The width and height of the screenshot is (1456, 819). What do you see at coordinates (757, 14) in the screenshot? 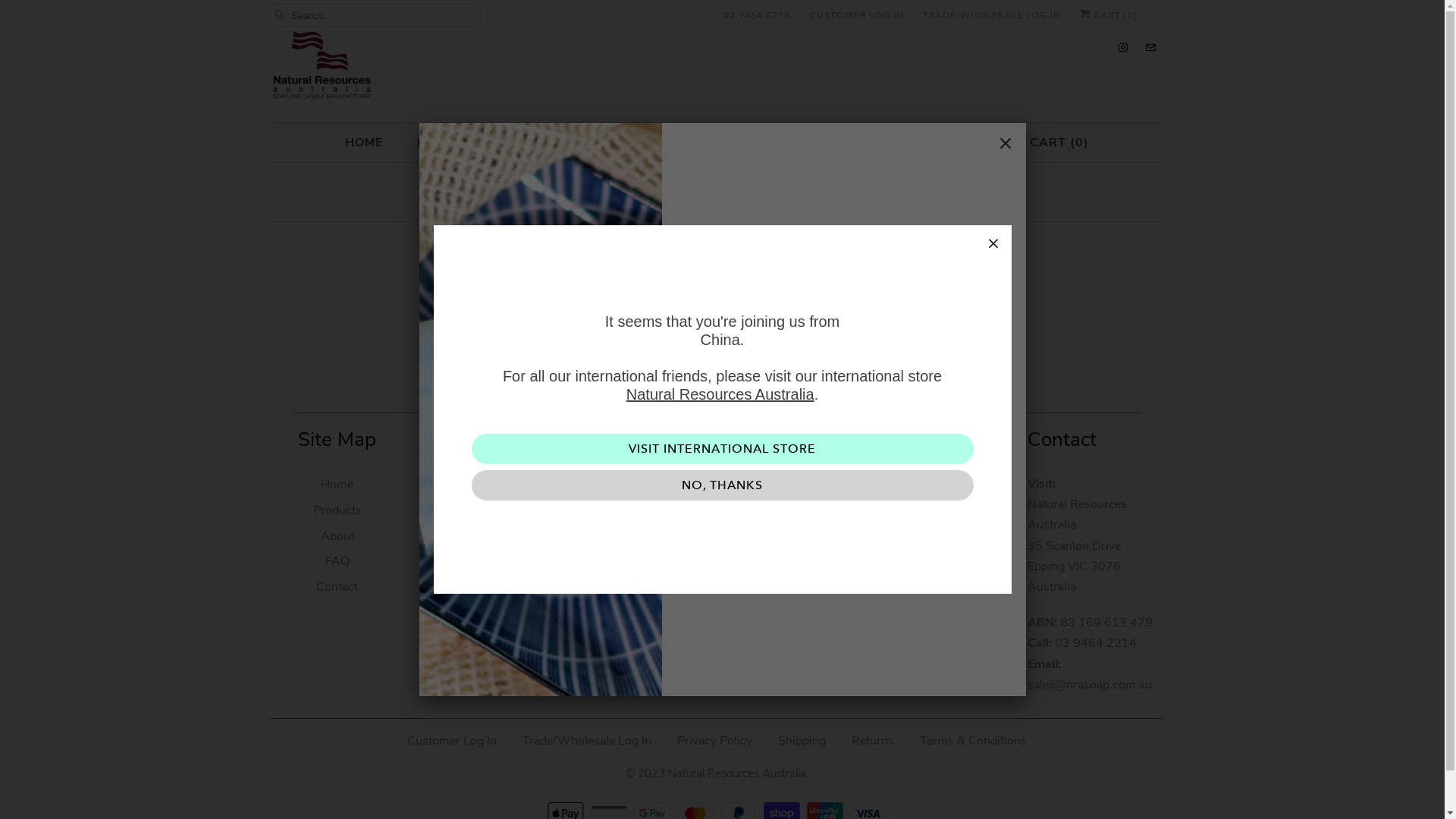
I see `'03 9464 2214'` at bounding box center [757, 14].